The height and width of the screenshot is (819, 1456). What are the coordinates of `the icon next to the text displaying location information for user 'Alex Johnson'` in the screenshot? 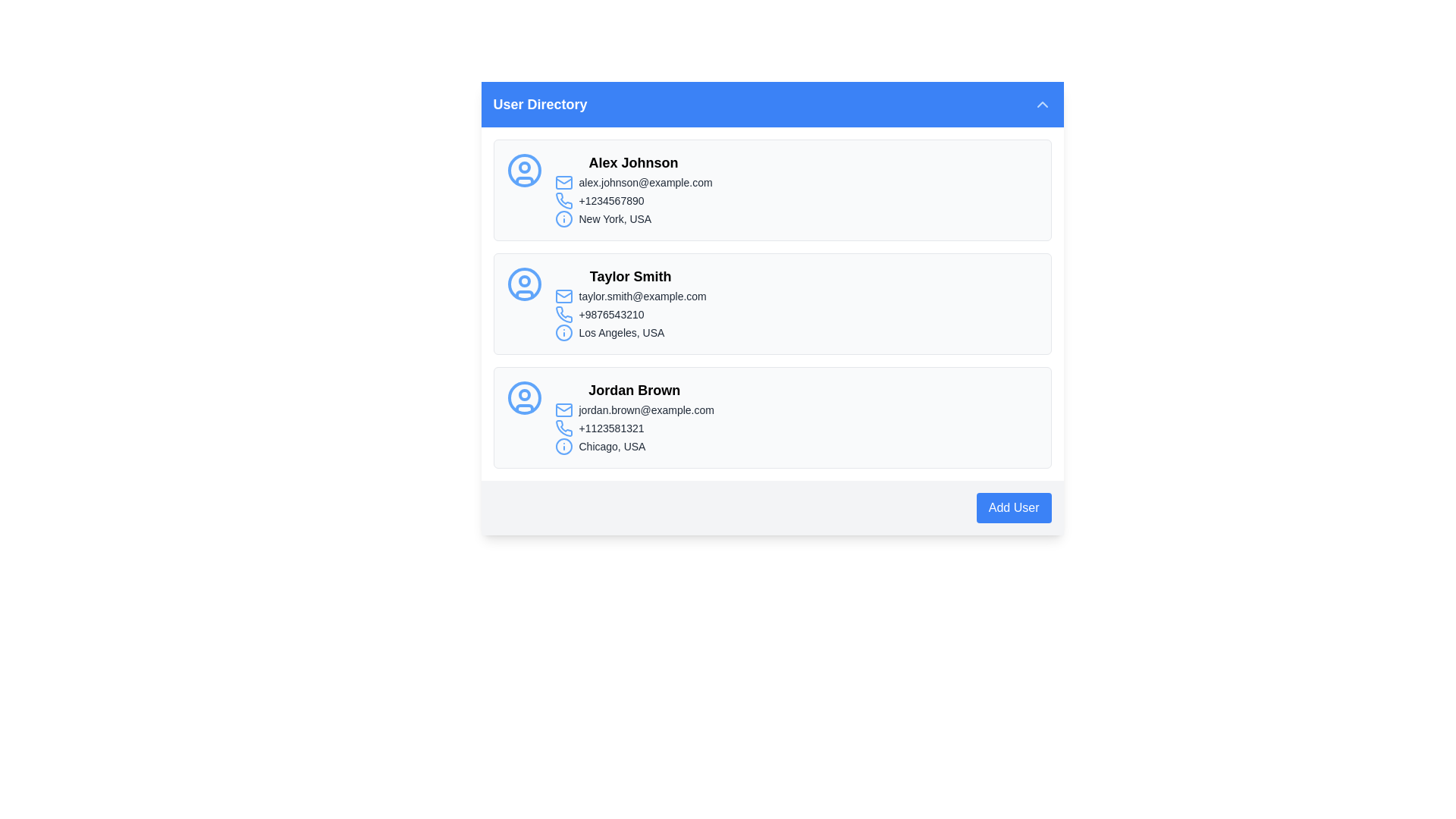 It's located at (633, 219).